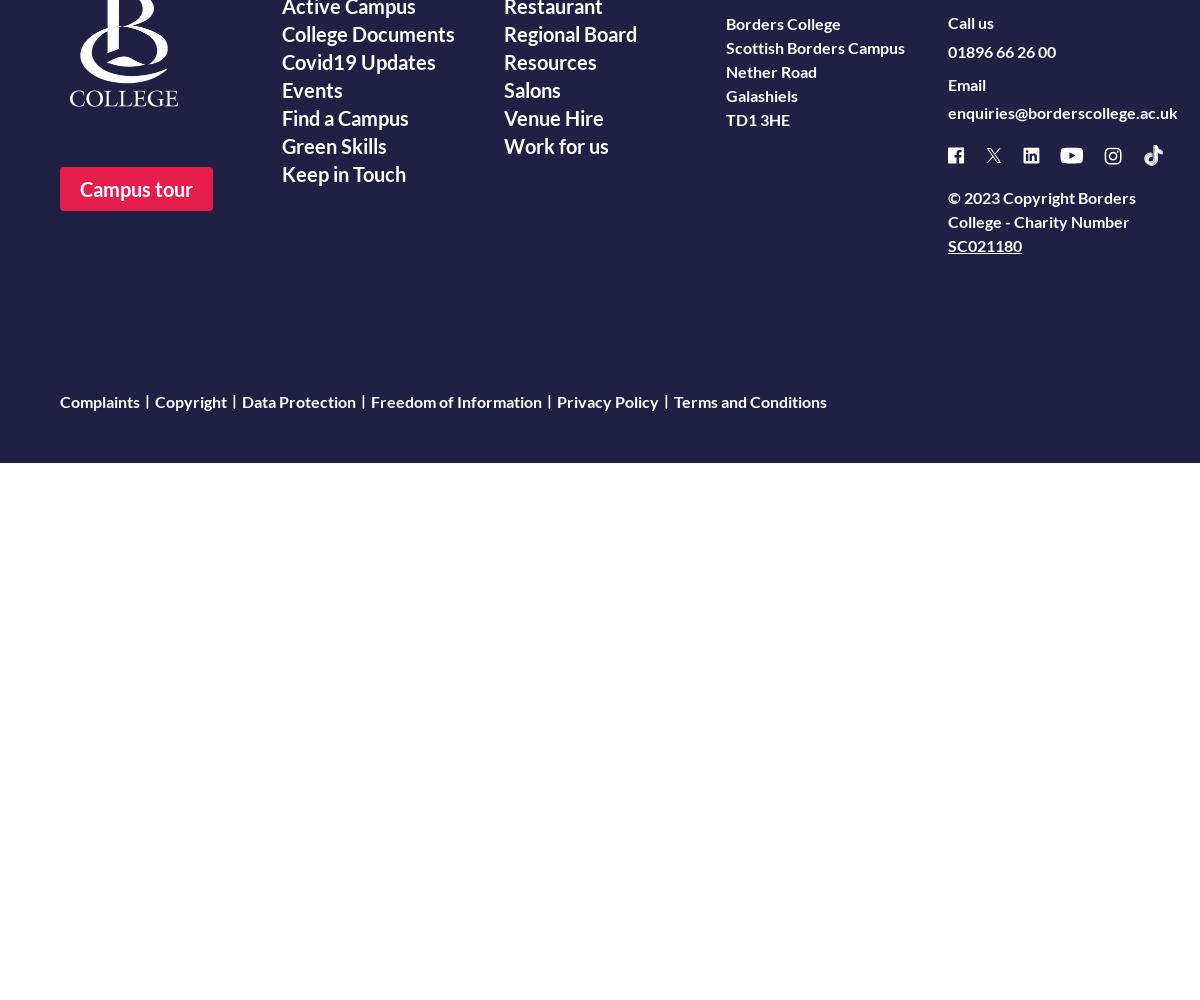 The width and height of the screenshot is (1200, 1000). I want to click on 'Resources', so click(503, 62).